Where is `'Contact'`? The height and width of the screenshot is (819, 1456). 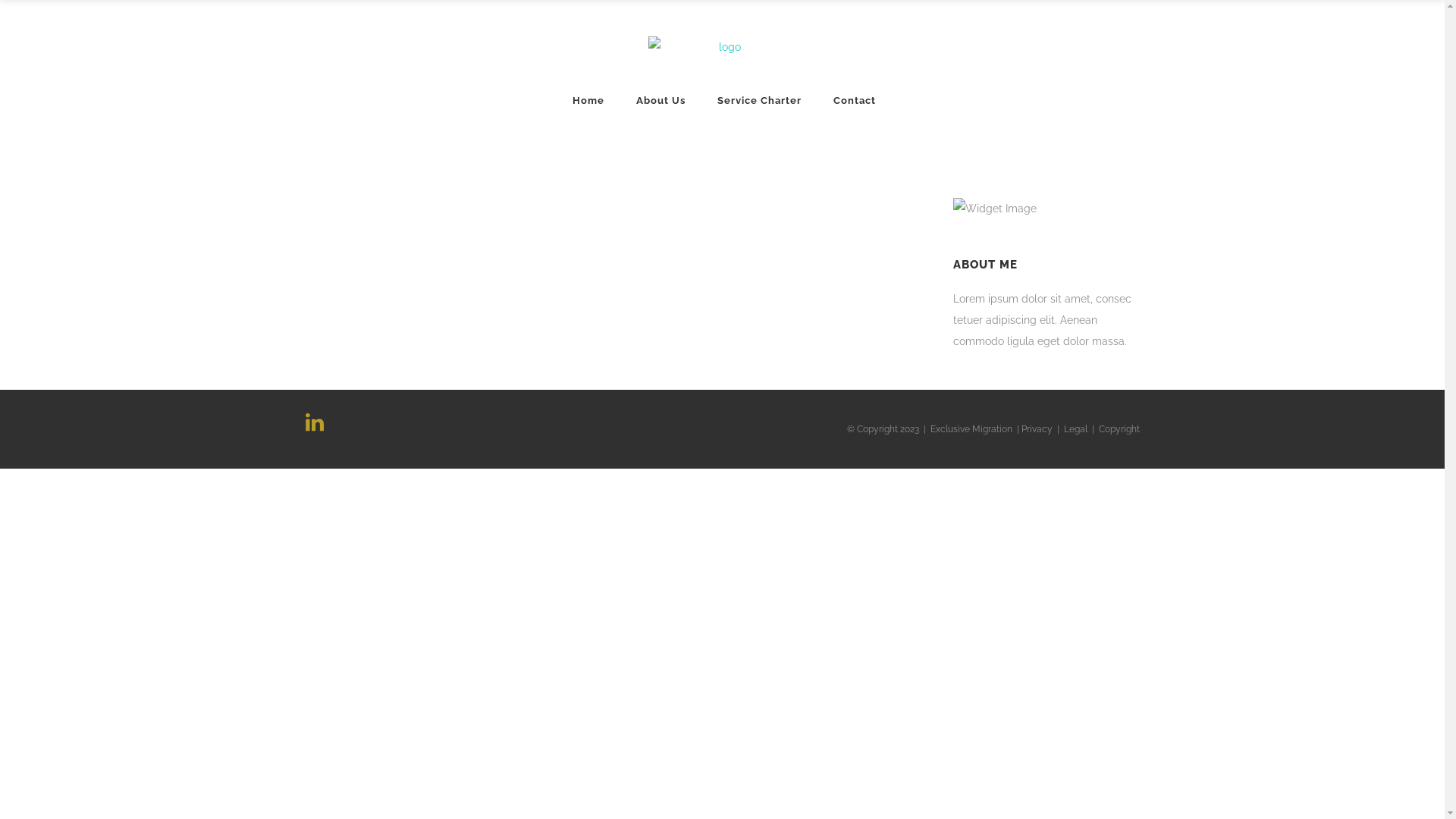 'Contact' is located at coordinates (855, 99).